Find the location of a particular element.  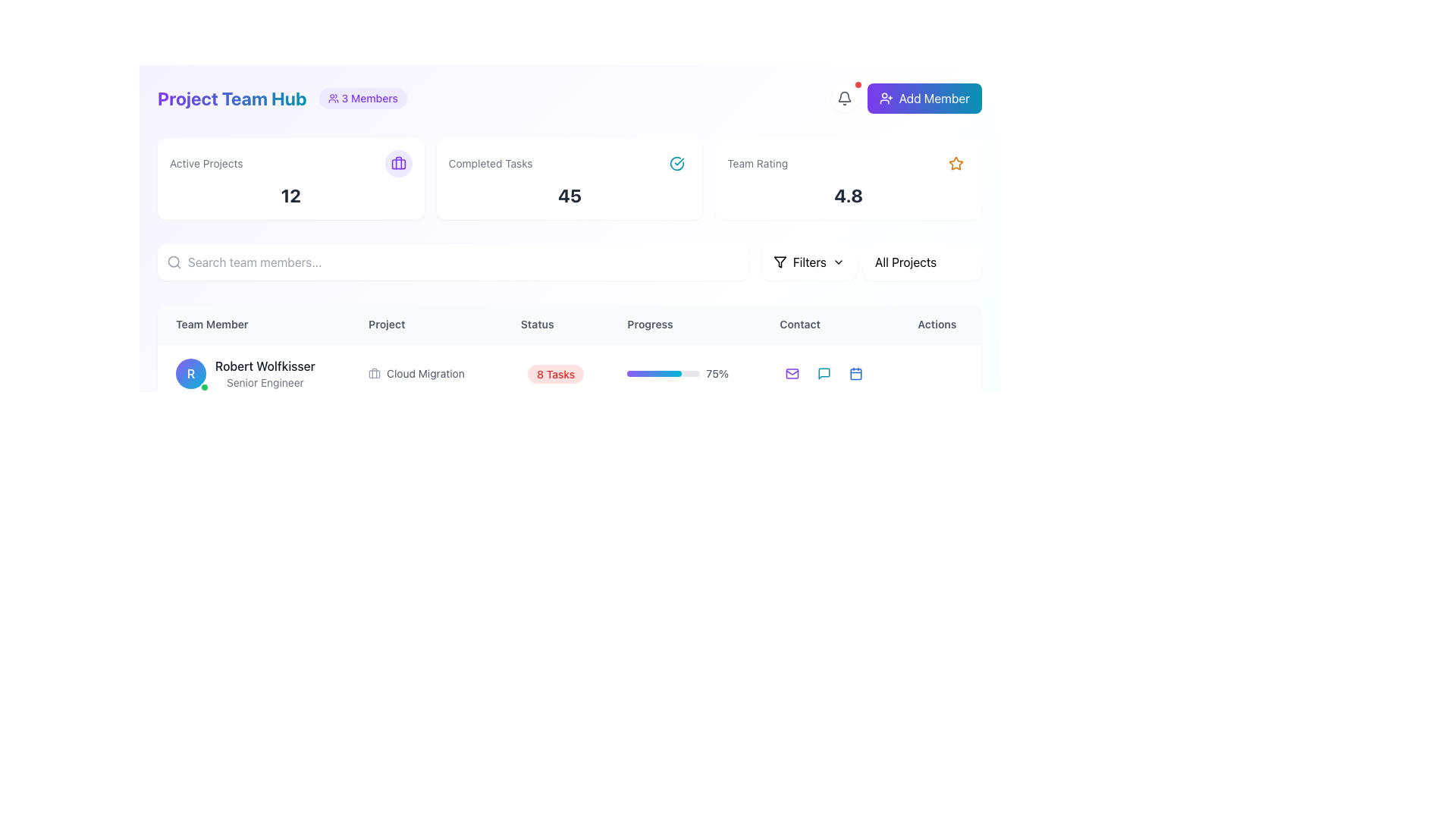

the graphical badge or avatar representing Robert Wolfkisser, positioned to the left of his name is located at coordinates (190, 374).